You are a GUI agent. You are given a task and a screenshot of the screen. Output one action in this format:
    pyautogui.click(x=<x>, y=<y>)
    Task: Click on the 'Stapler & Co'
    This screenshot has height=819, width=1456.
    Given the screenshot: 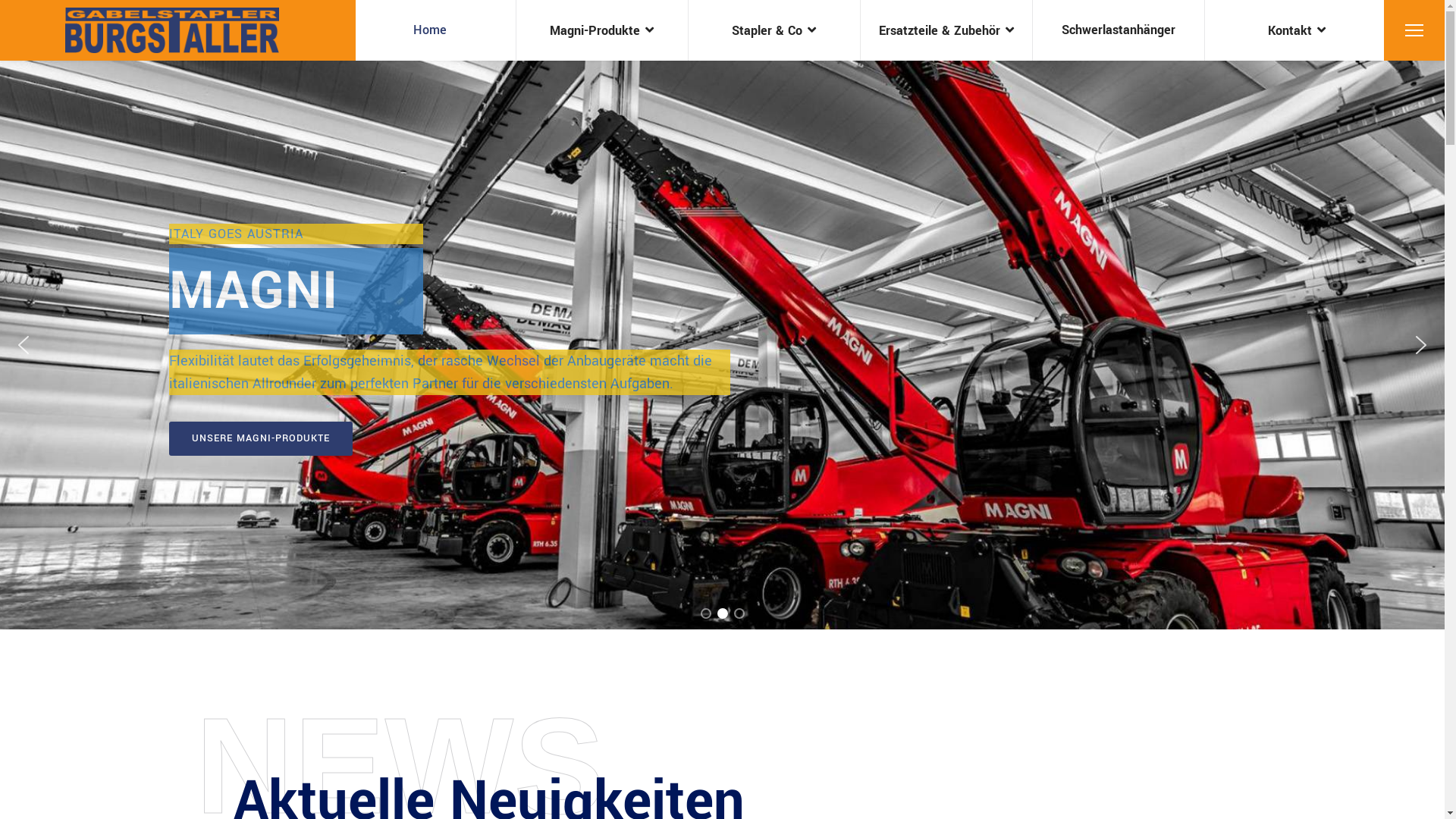 What is the action you would take?
    pyautogui.click(x=774, y=30)
    